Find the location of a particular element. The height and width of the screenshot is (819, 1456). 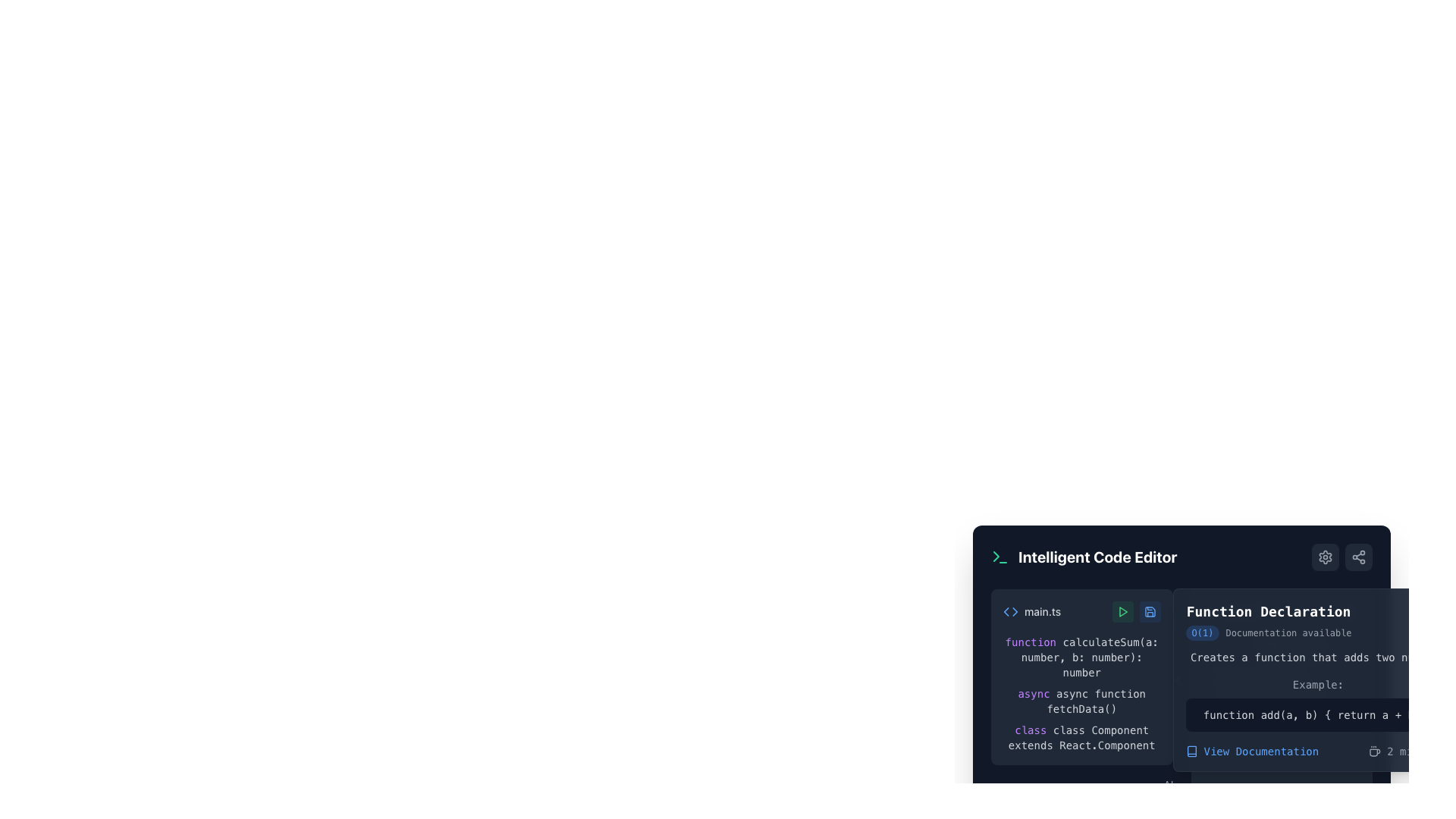

the static text element located at the bottom-right section of the interface, which serves as a label for the associated component, adjacent to a green icon is located at coordinates (1241, 610).